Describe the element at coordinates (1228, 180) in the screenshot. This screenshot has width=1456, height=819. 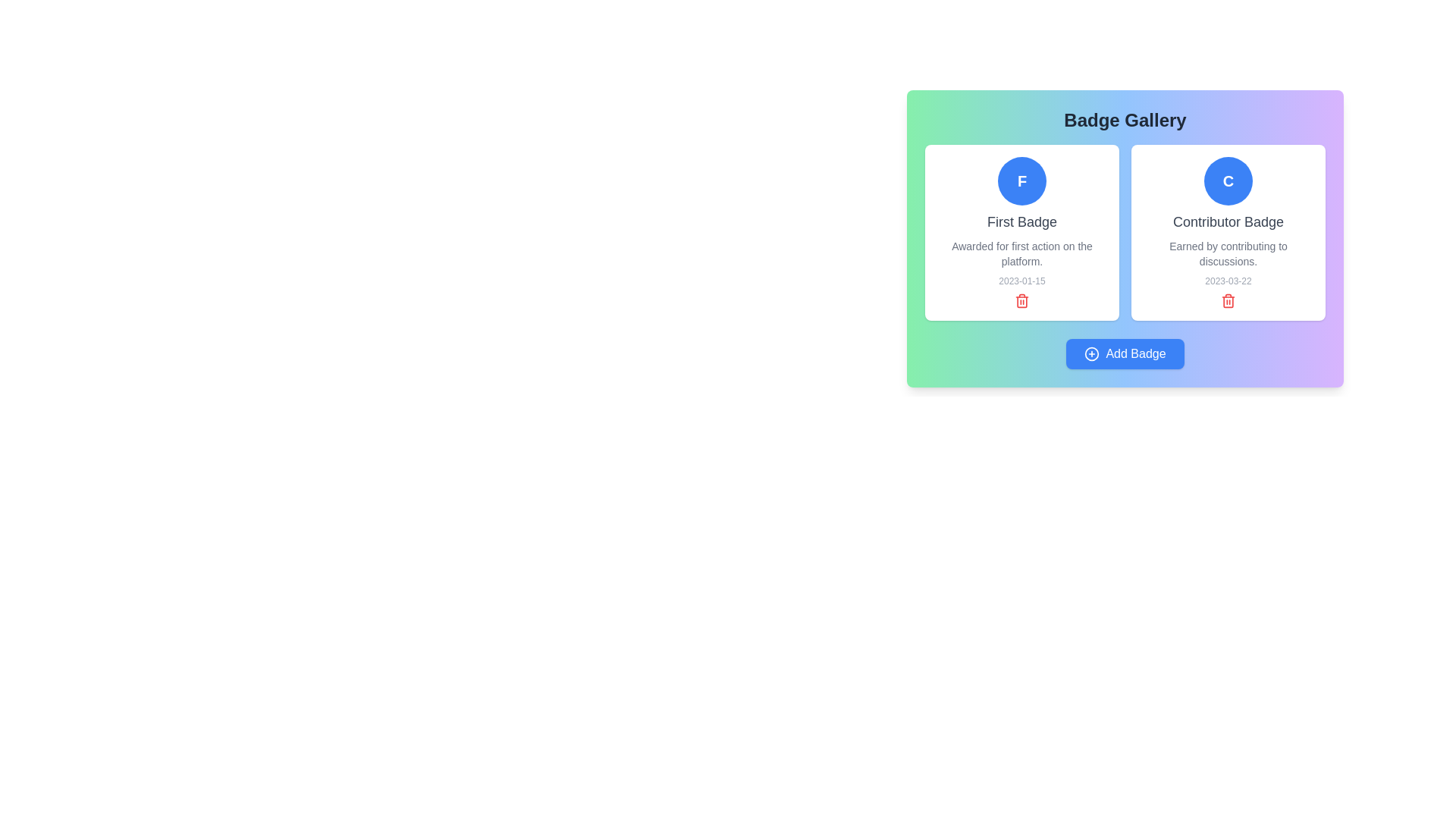
I see `the circular blue badge with the letter 'C' in white, which is located at the top-right of the 'Contributor Badge' card` at that location.